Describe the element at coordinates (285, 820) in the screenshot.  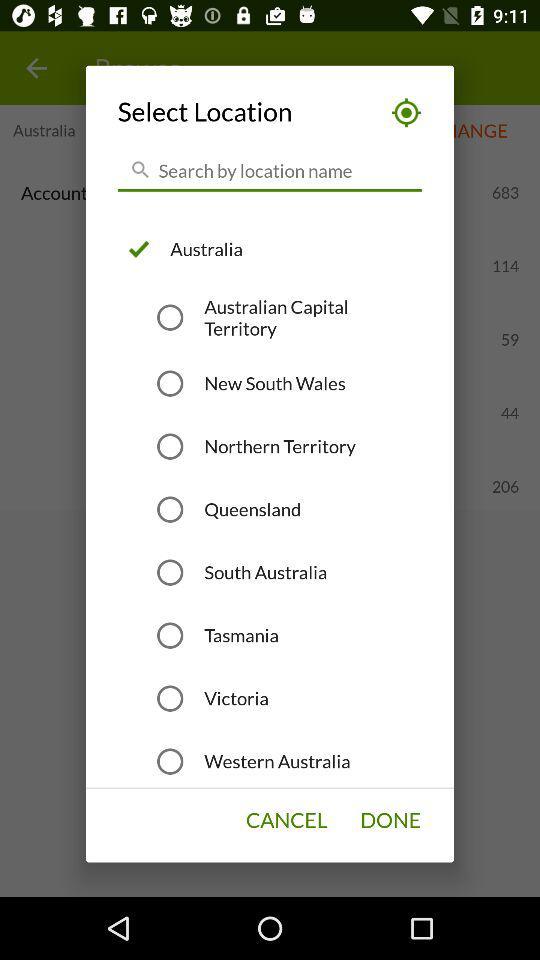
I see `the cancel item` at that location.